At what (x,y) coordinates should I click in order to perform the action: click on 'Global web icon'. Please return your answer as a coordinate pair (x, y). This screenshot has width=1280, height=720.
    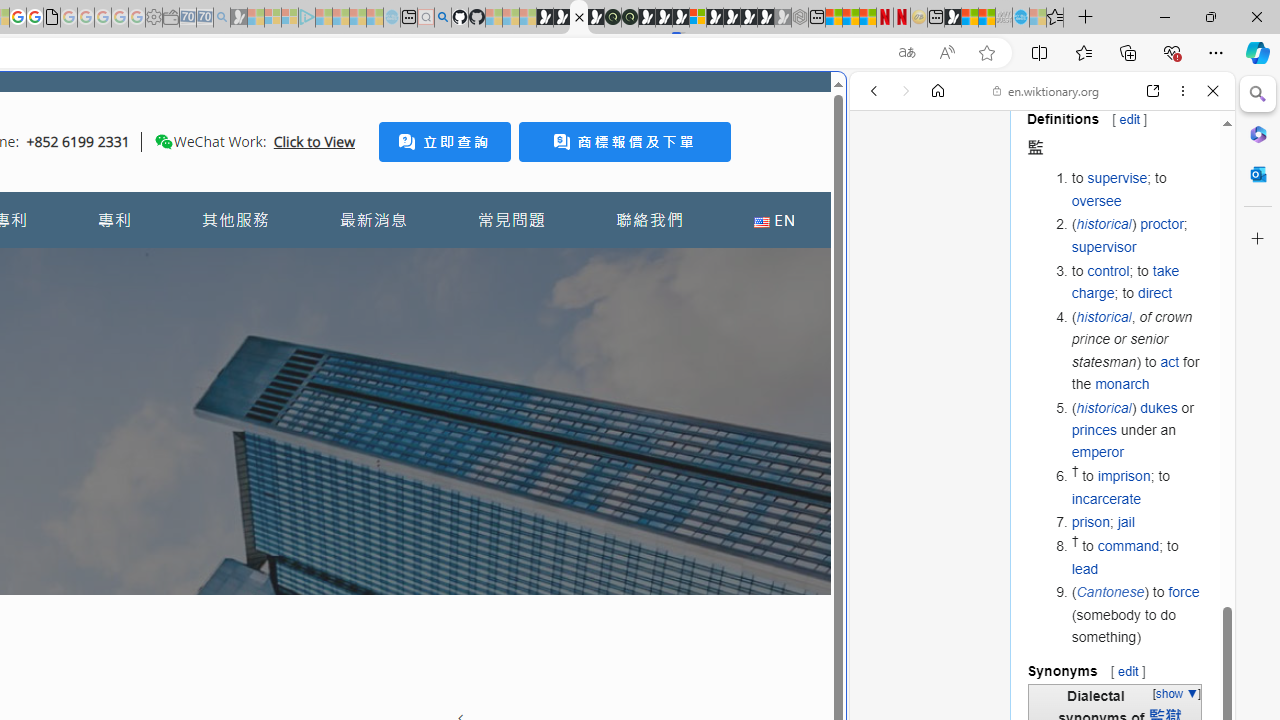
    Looking at the image, I should click on (887, 669).